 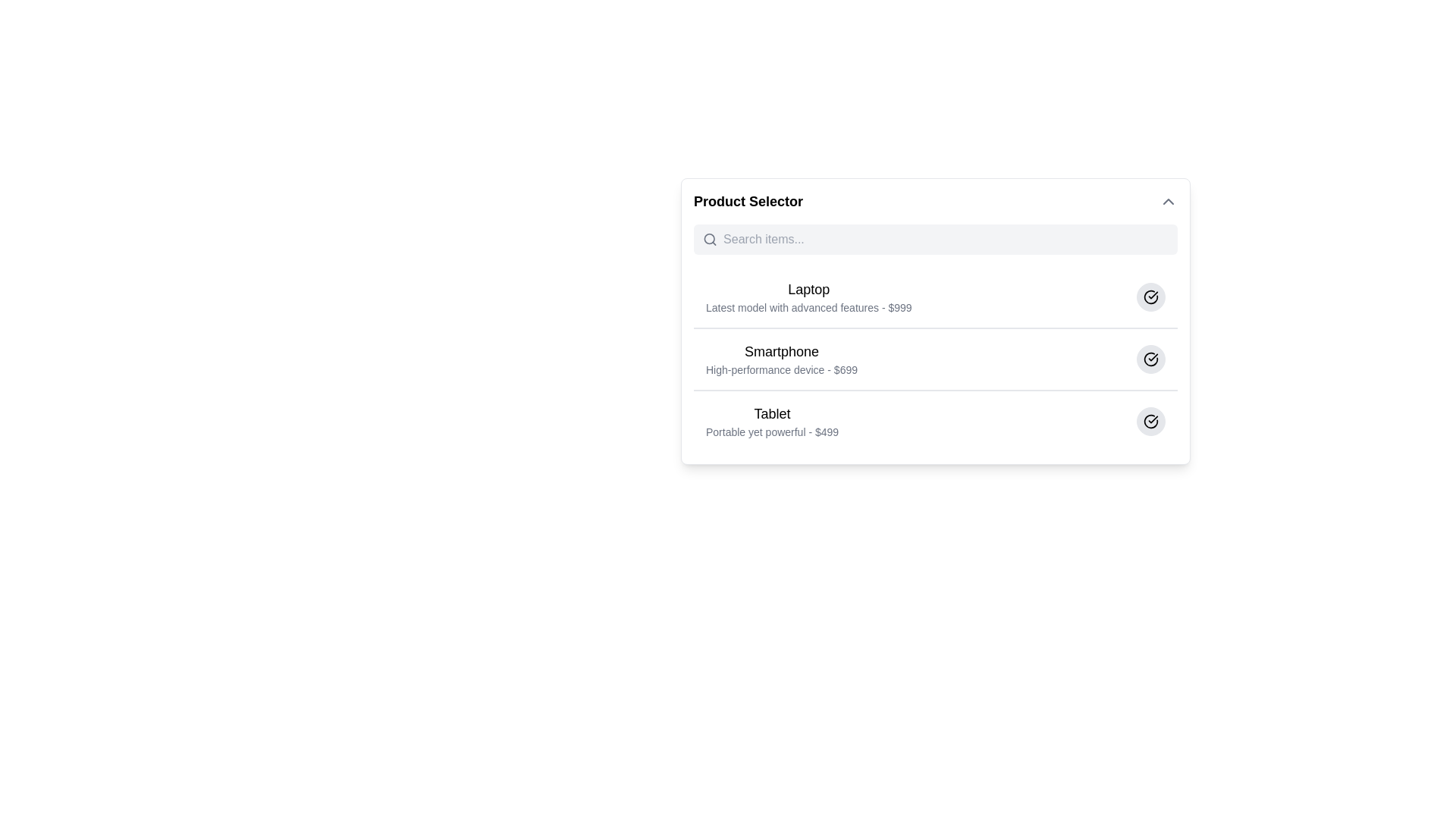 I want to click on the second list item titled 'Smartphone' with a description 'High-performance device - $699', so click(x=934, y=359).